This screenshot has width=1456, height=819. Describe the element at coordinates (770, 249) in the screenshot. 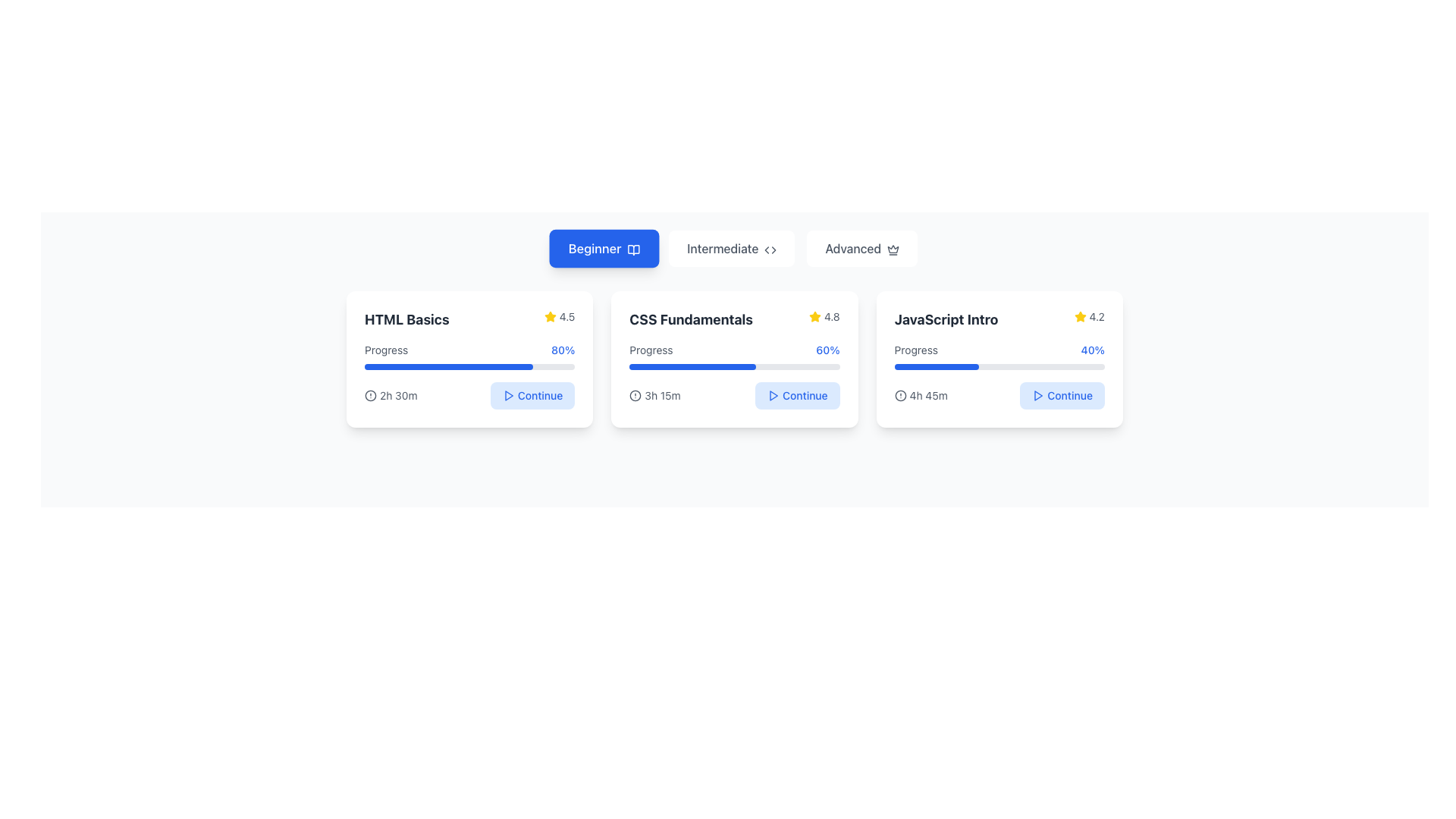

I see `the decorative indicator icon associated with the 'Intermediate' button located in the navigation bar` at that location.